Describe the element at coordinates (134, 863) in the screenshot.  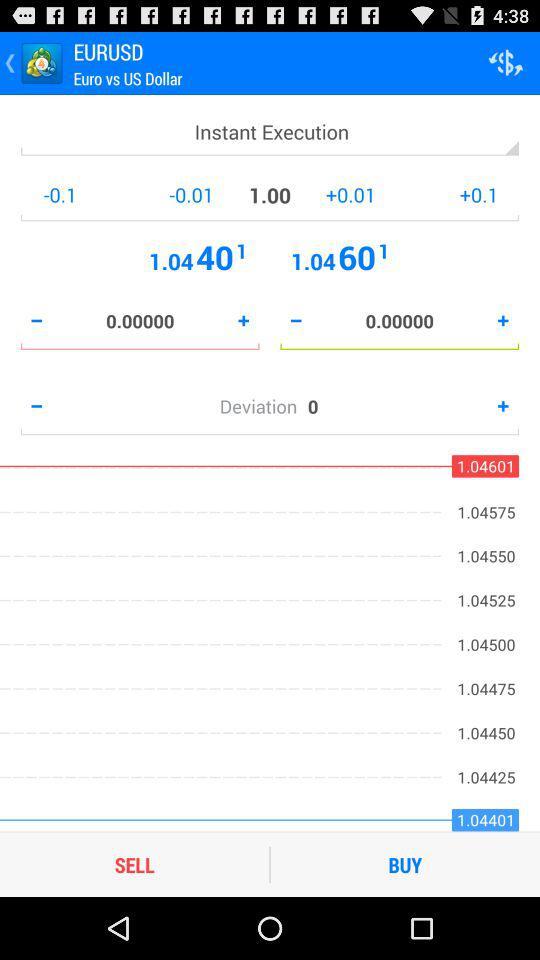
I see `sell at the bottom left corner` at that location.